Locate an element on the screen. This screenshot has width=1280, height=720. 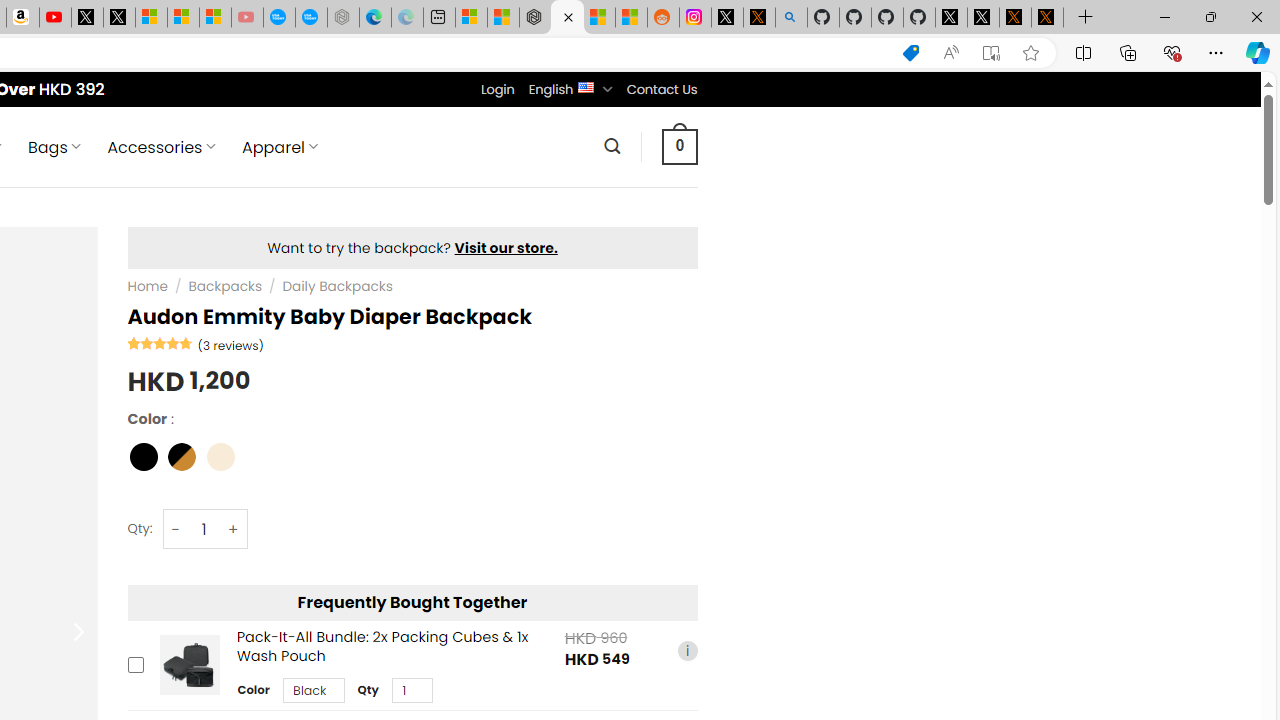
'GitHub (@github) / X' is located at coordinates (983, 17).